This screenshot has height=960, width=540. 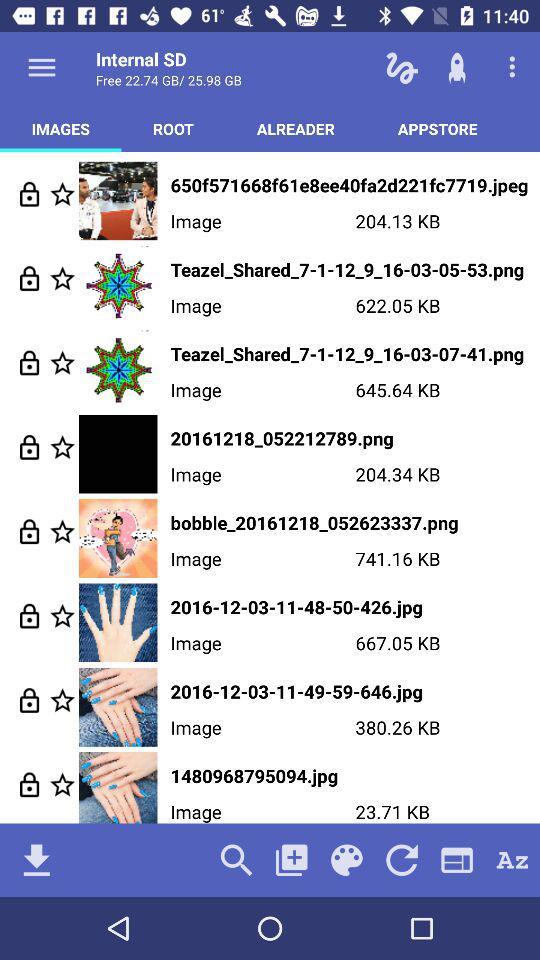 I want to click on lock an image, so click(x=28, y=447).